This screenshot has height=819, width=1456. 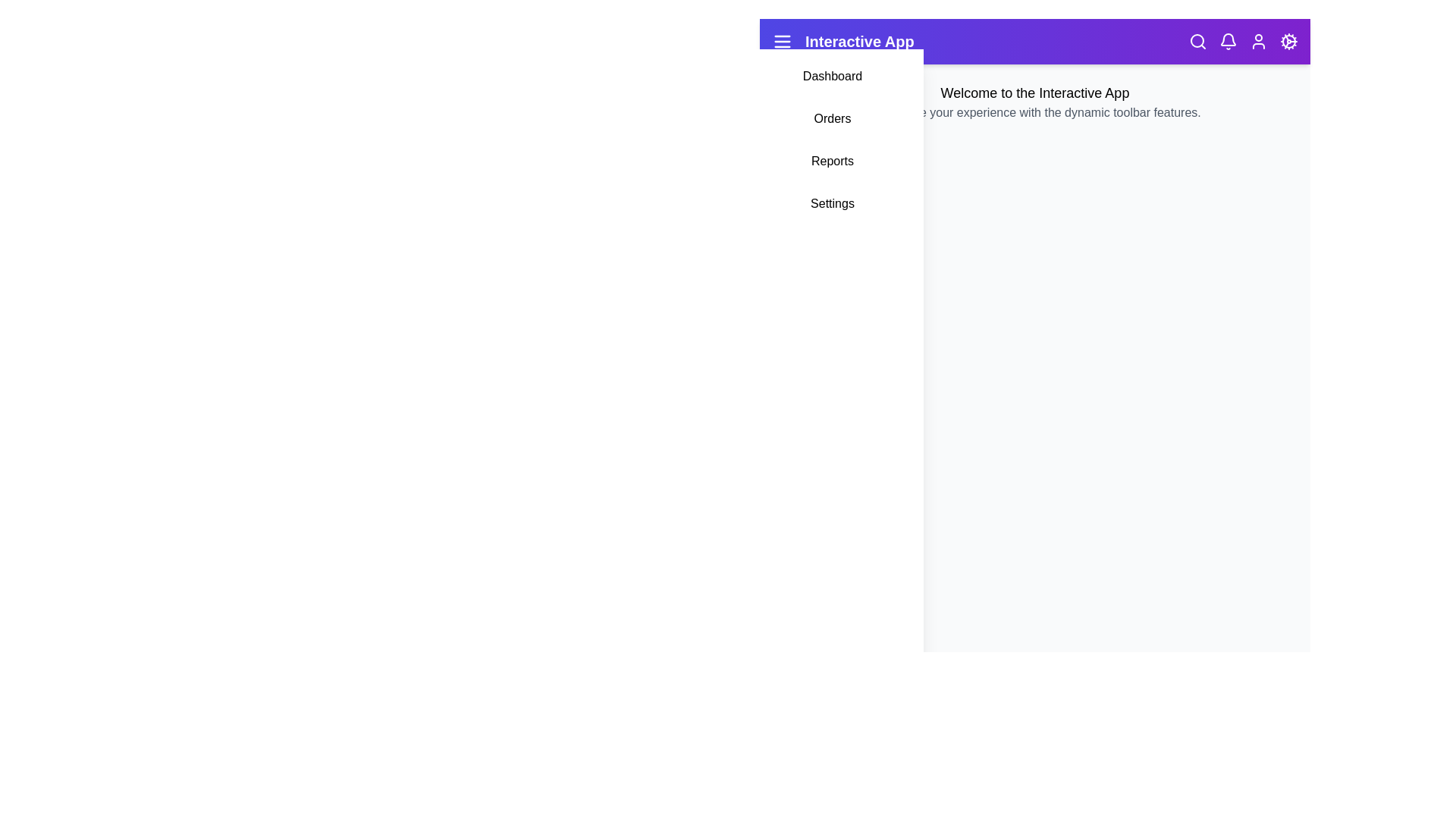 I want to click on the menu icon to toggle the sidebar, so click(x=783, y=40).